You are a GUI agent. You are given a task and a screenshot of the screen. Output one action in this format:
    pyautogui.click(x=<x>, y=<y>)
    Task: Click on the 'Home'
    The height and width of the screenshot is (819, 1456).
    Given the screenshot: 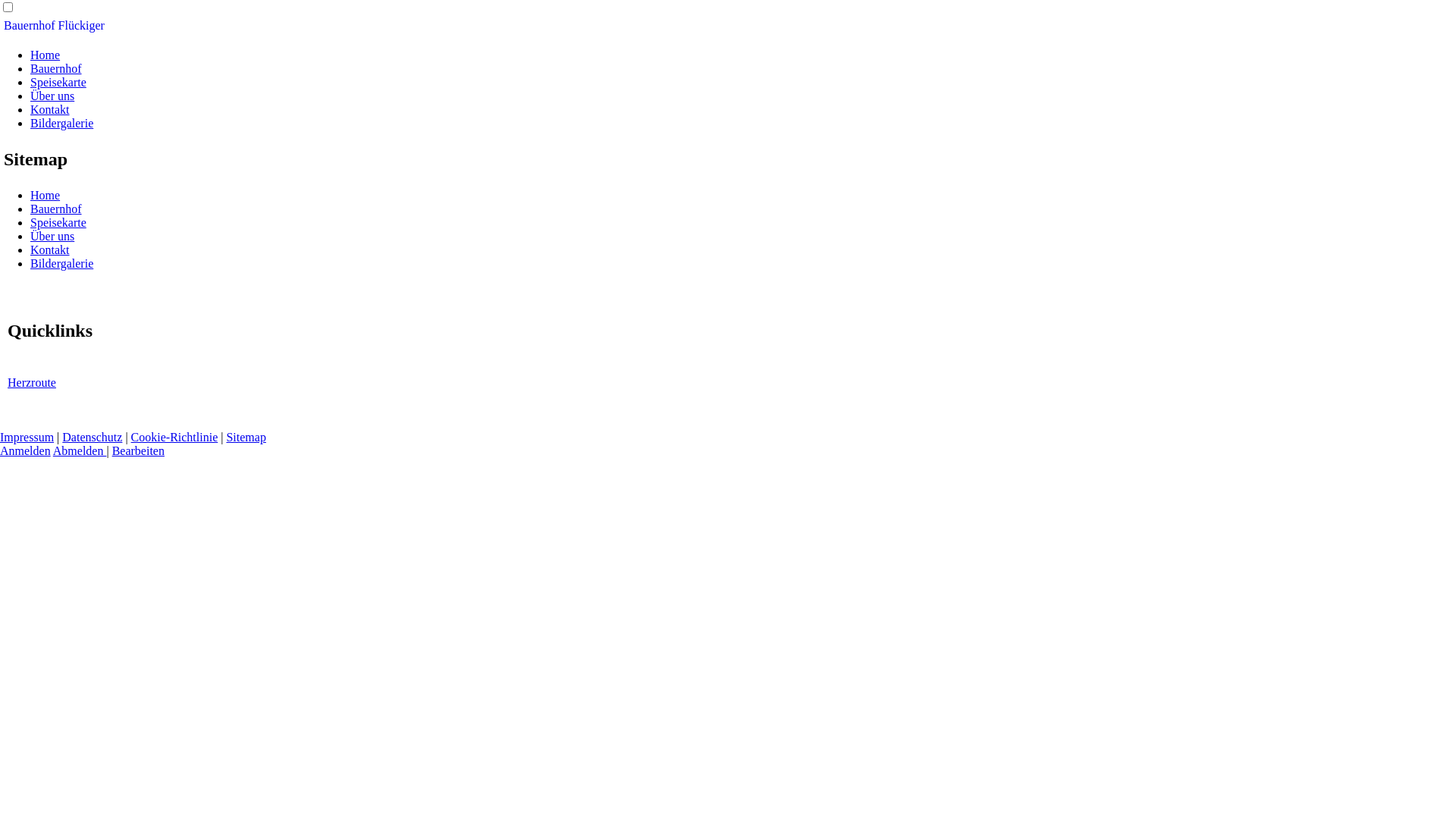 What is the action you would take?
    pyautogui.click(x=45, y=54)
    